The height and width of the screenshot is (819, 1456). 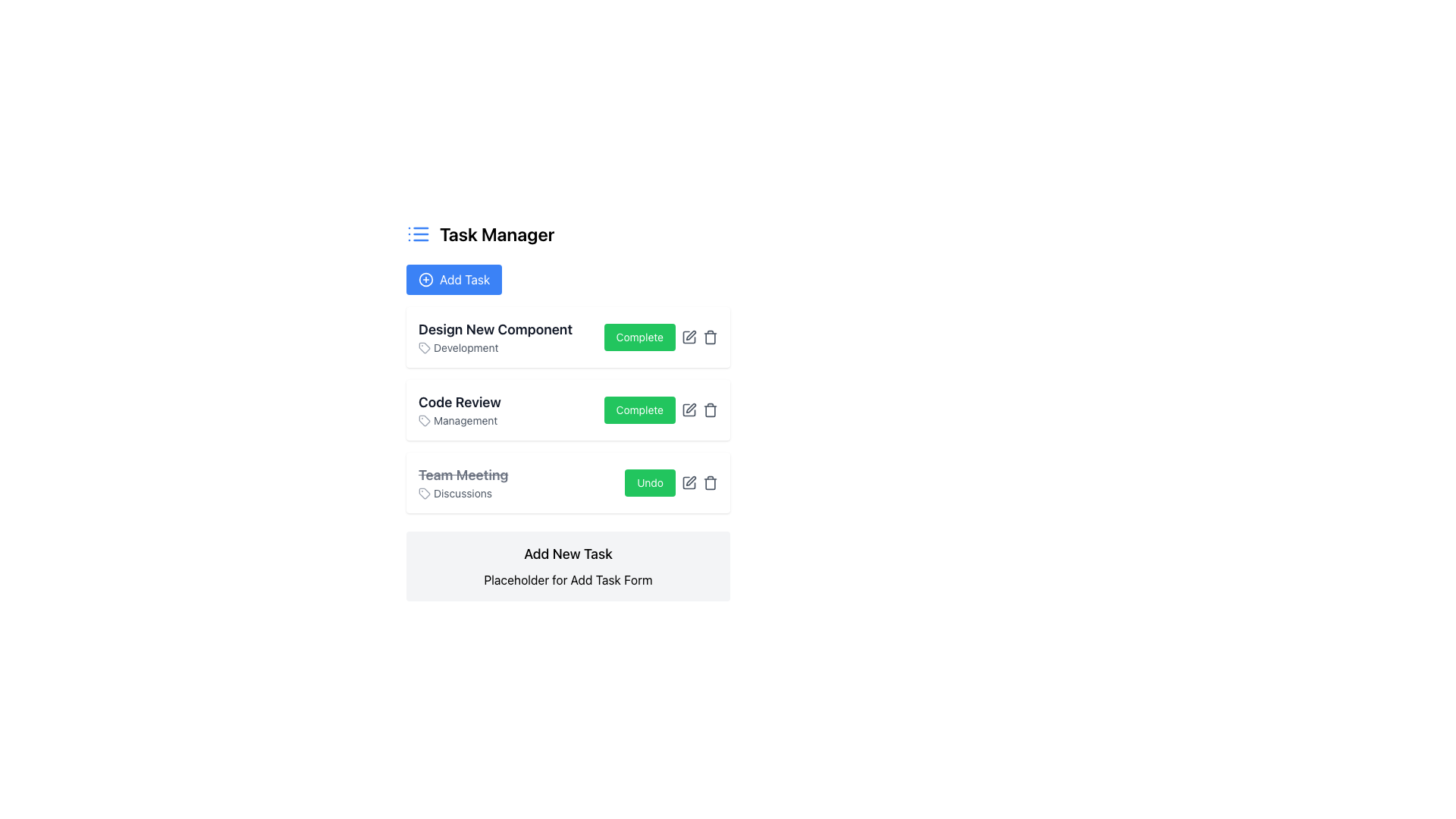 I want to click on the pencil-shaped edit button located to the right of the 'Undo' button in the 'Team Meeting' task row to initiate editing, so click(x=688, y=482).